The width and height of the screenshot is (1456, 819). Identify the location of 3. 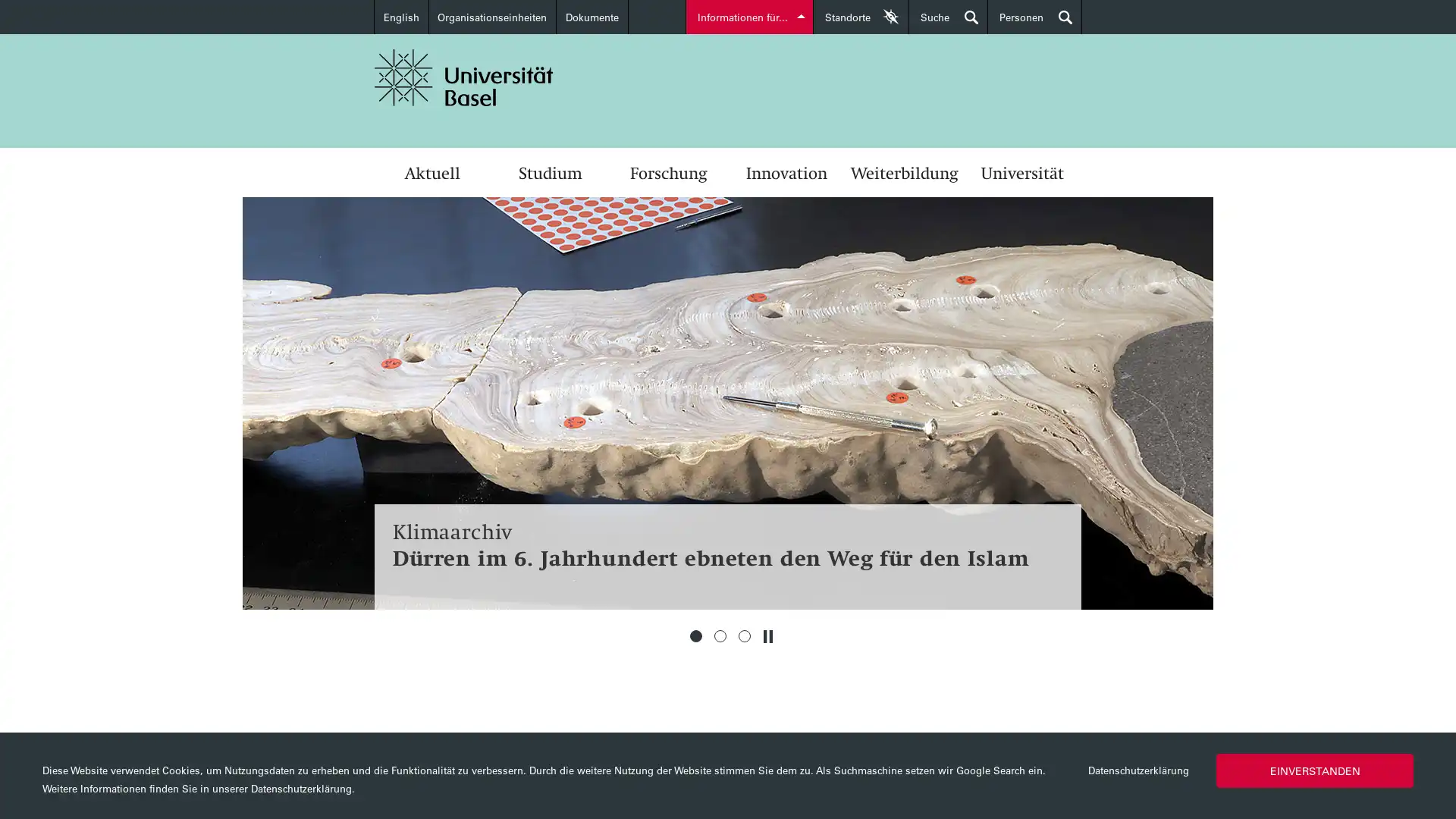
(743, 636).